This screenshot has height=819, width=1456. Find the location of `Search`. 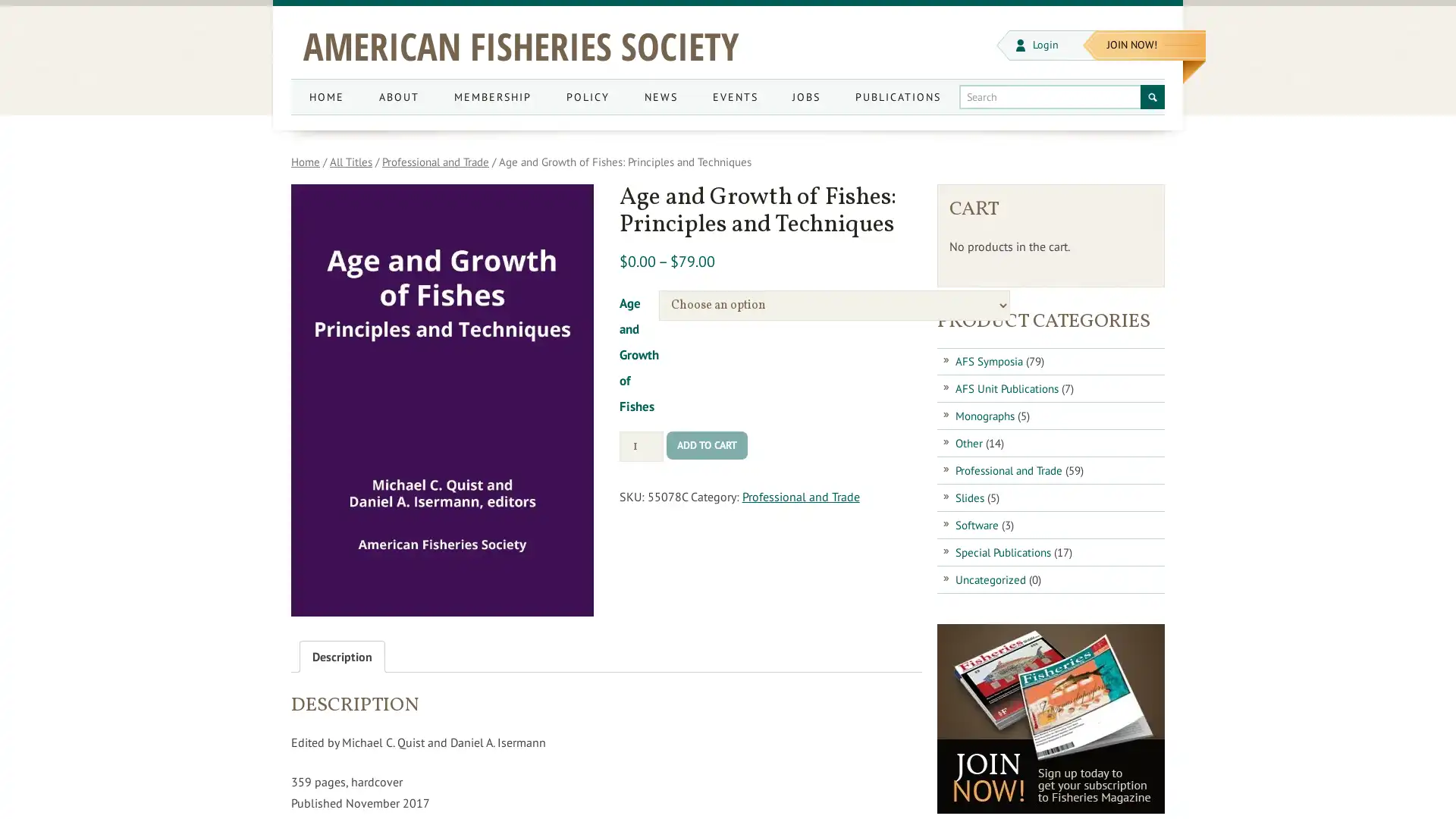

Search is located at coordinates (1153, 96).